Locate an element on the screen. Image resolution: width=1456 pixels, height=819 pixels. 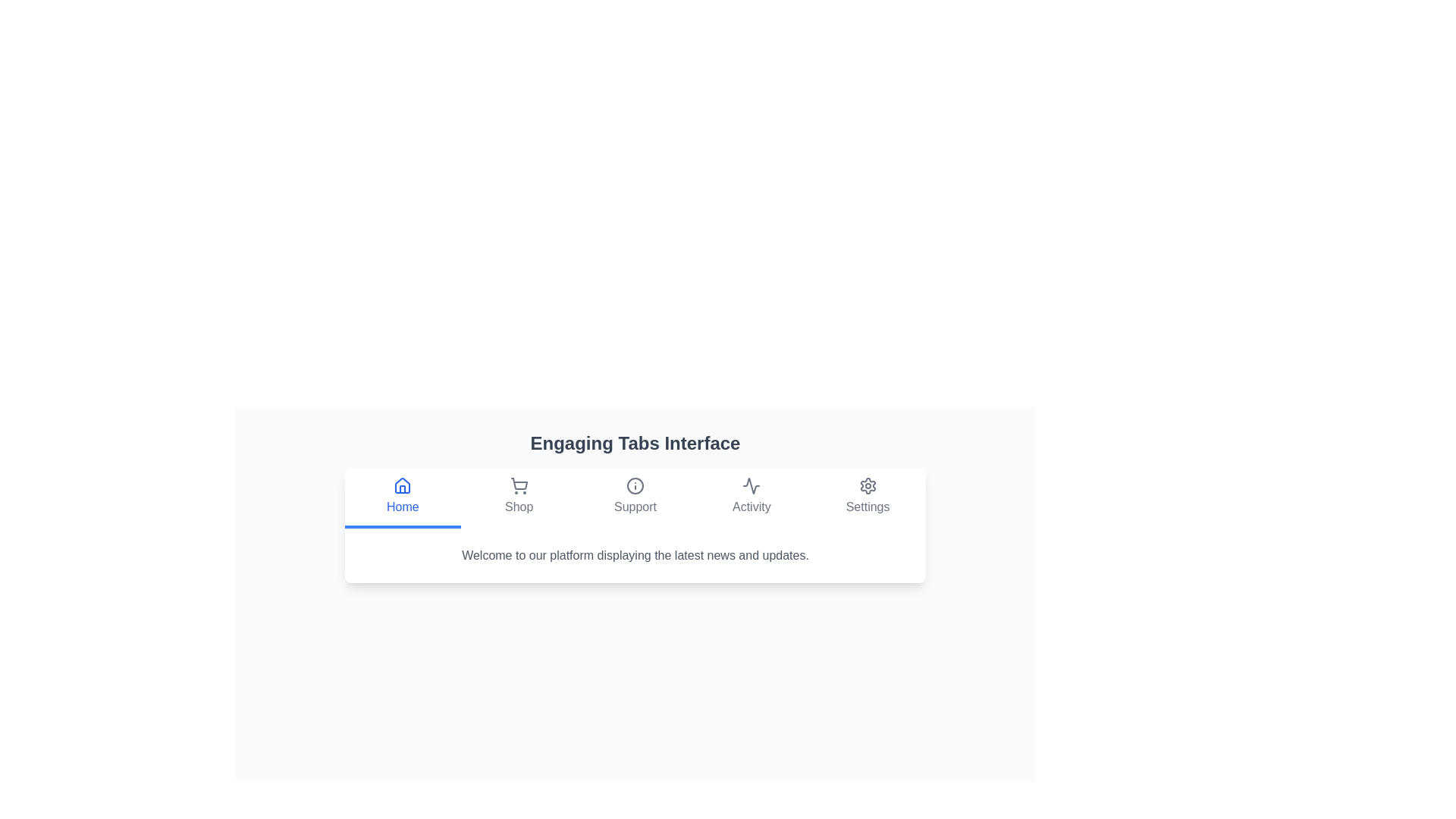
the home navigation icon located near the top of the Home tab button is located at coordinates (403, 485).